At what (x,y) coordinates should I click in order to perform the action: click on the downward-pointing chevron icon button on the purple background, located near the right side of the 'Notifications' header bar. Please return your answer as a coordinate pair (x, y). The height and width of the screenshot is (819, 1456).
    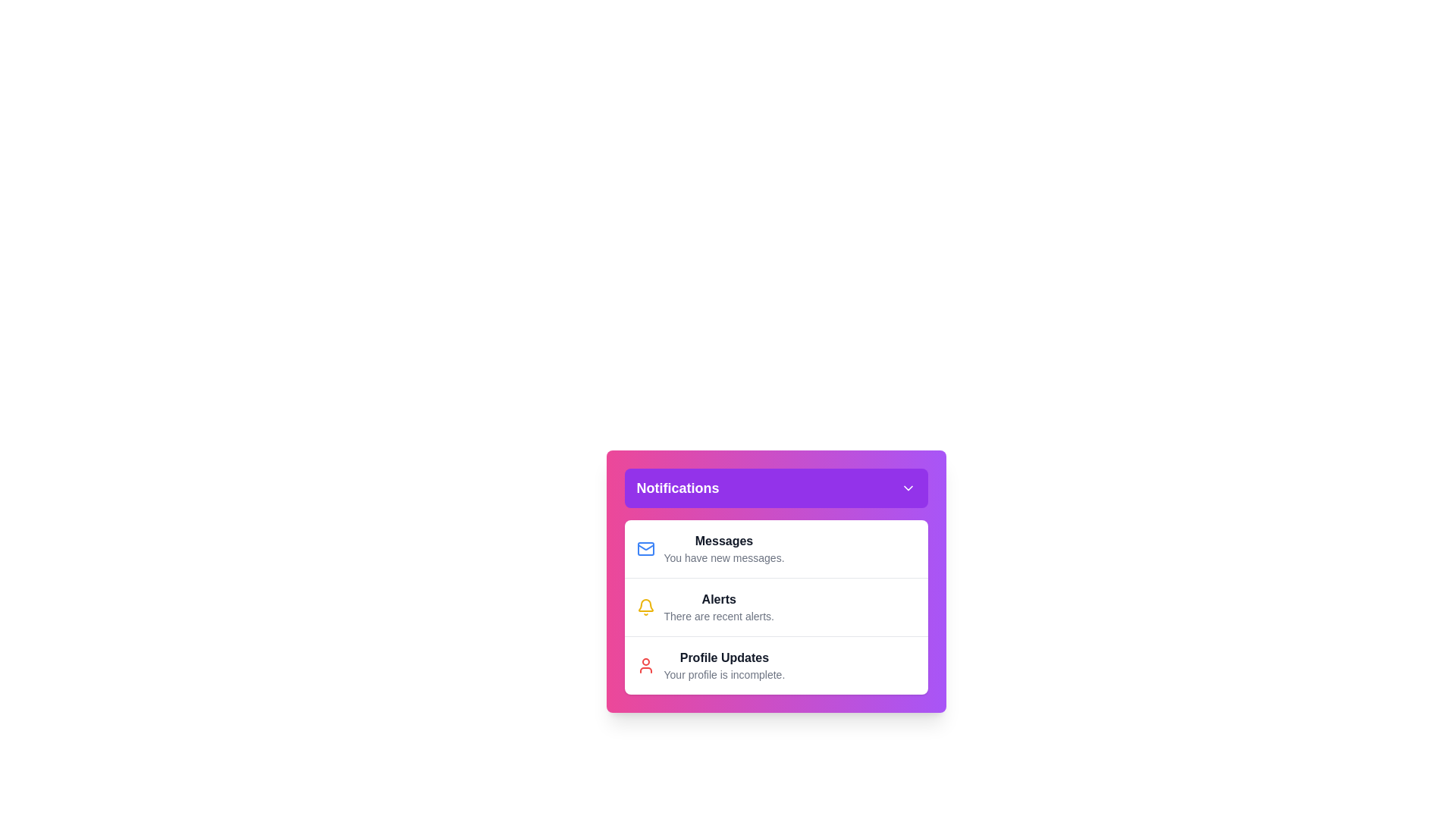
    Looking at the image, I should click on (908, 488).